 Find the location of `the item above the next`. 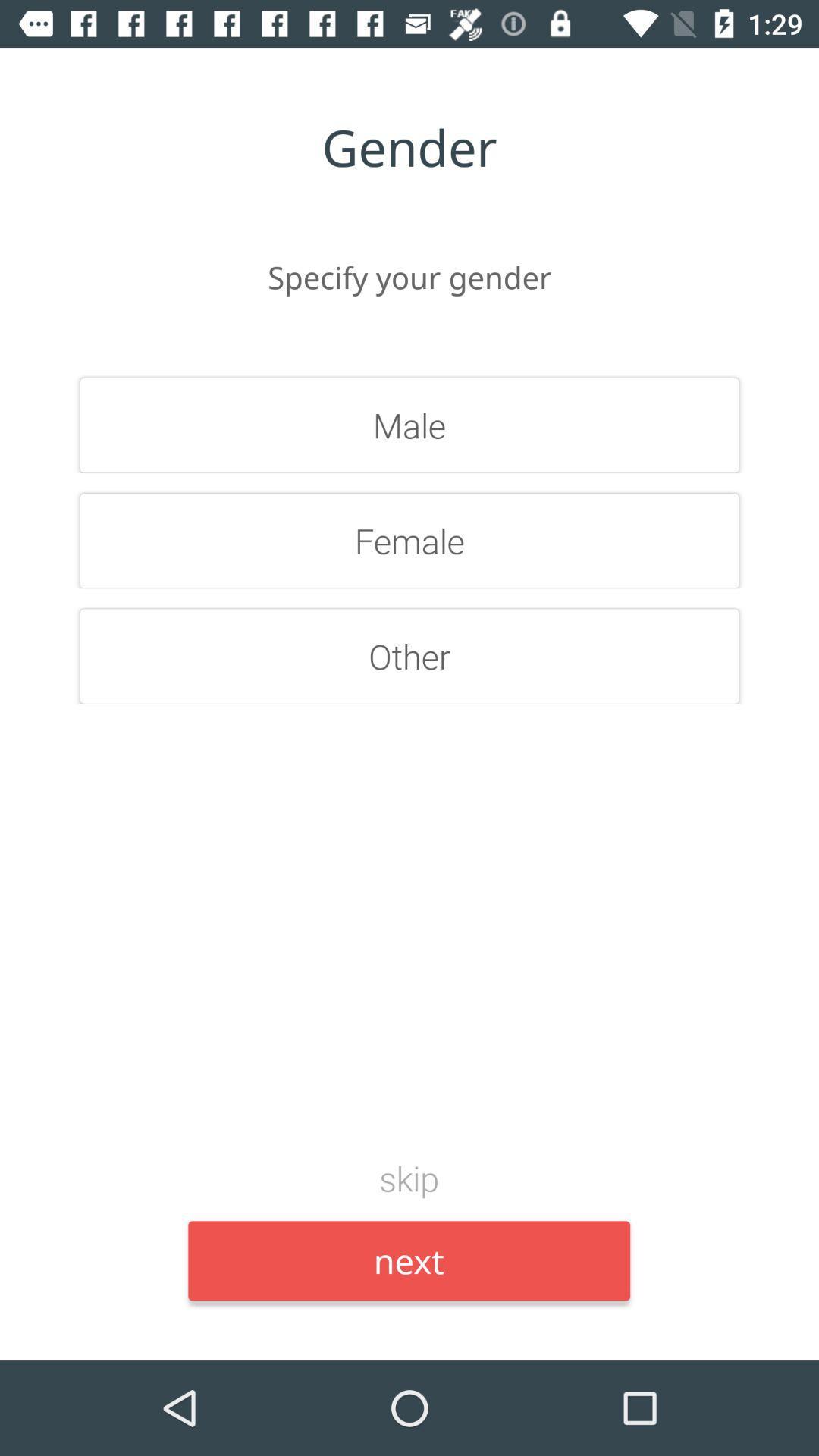

the item above the next is located at coordinates (408, 1177).